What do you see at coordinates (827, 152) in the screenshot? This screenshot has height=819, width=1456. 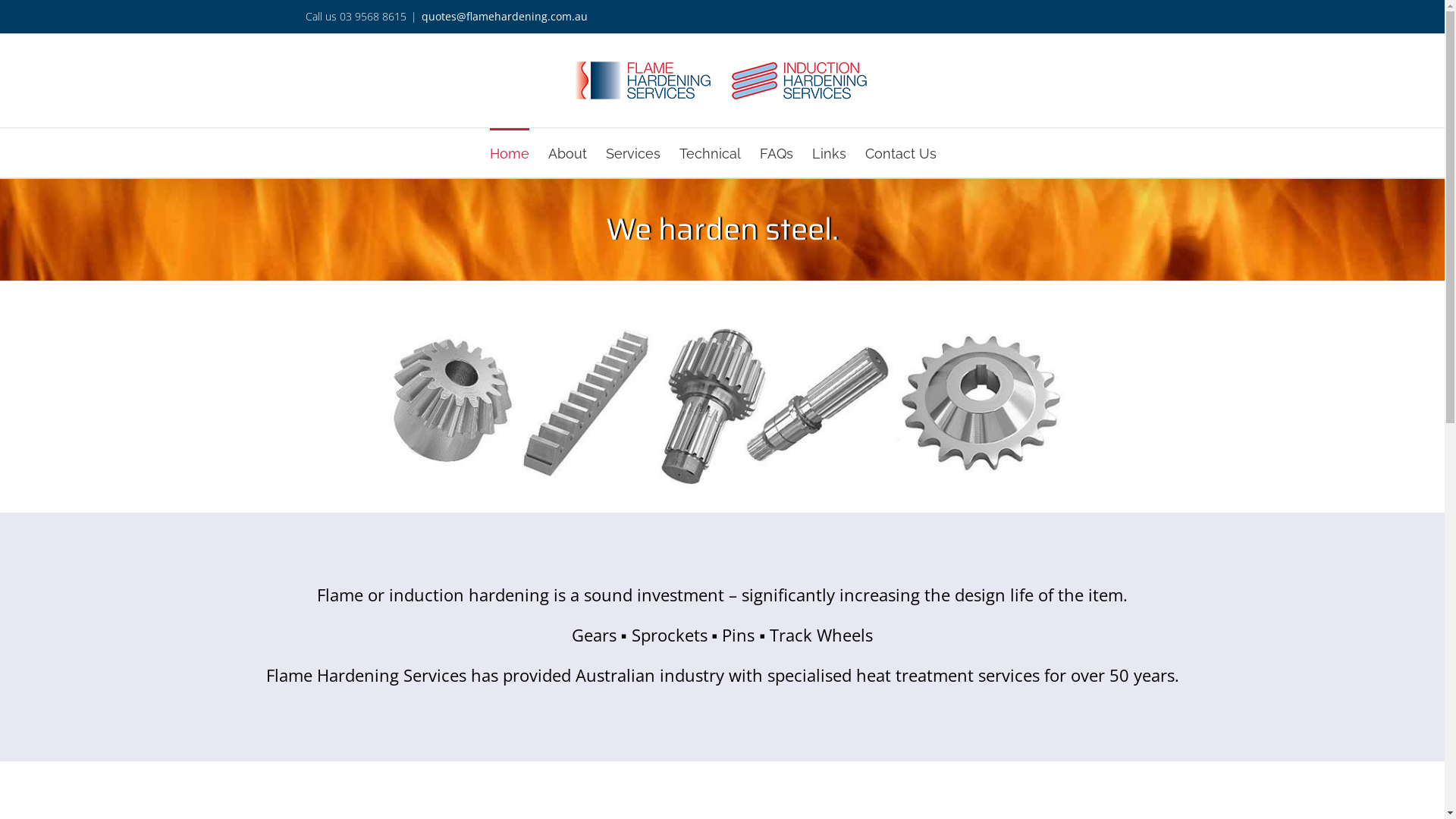 I see `'Links'` at bounding box center [827, 152].